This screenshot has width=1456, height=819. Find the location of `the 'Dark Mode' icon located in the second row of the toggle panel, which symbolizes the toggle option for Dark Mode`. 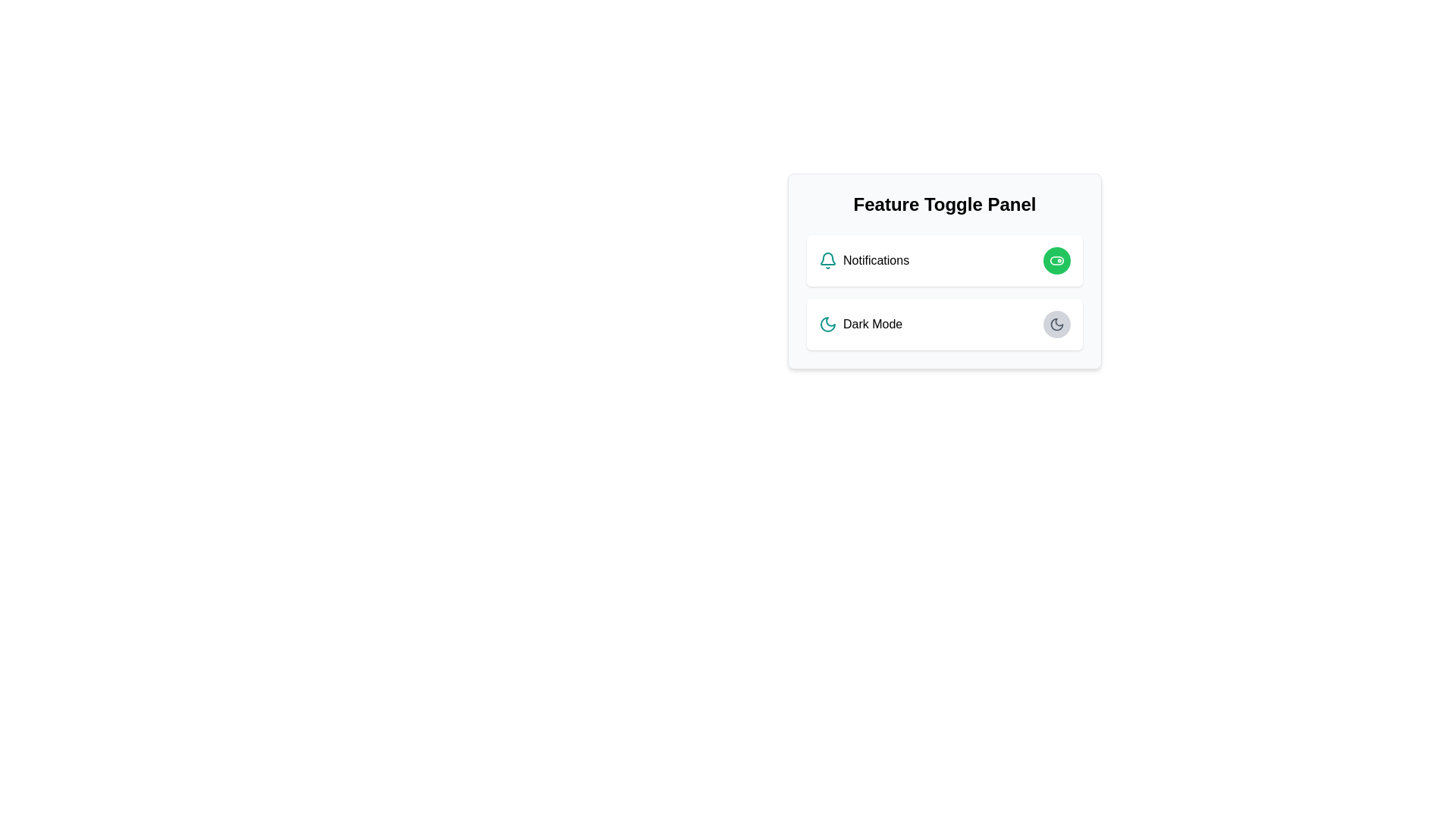

the 'Dark Mode' icon located in the second row of the toggle panel, which symbolizes the toggle option for Dark Mode is located at coordinates (1056, 324).